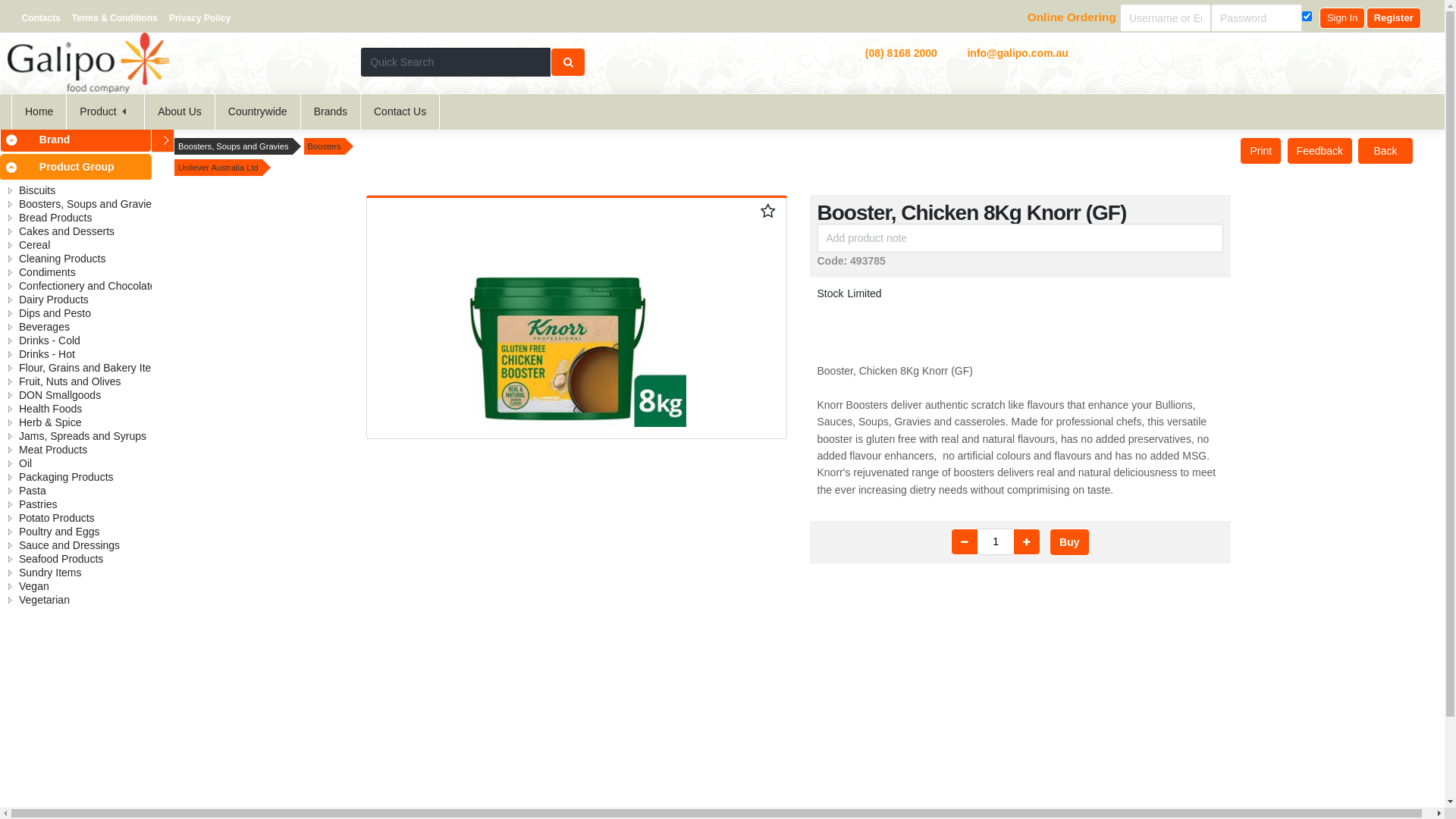 The width and height of the screenshot is (1456, 819). Describe the element at coordinates (65, 231) in the screenshot. I see `'Cakes and Desserts'` at that location.